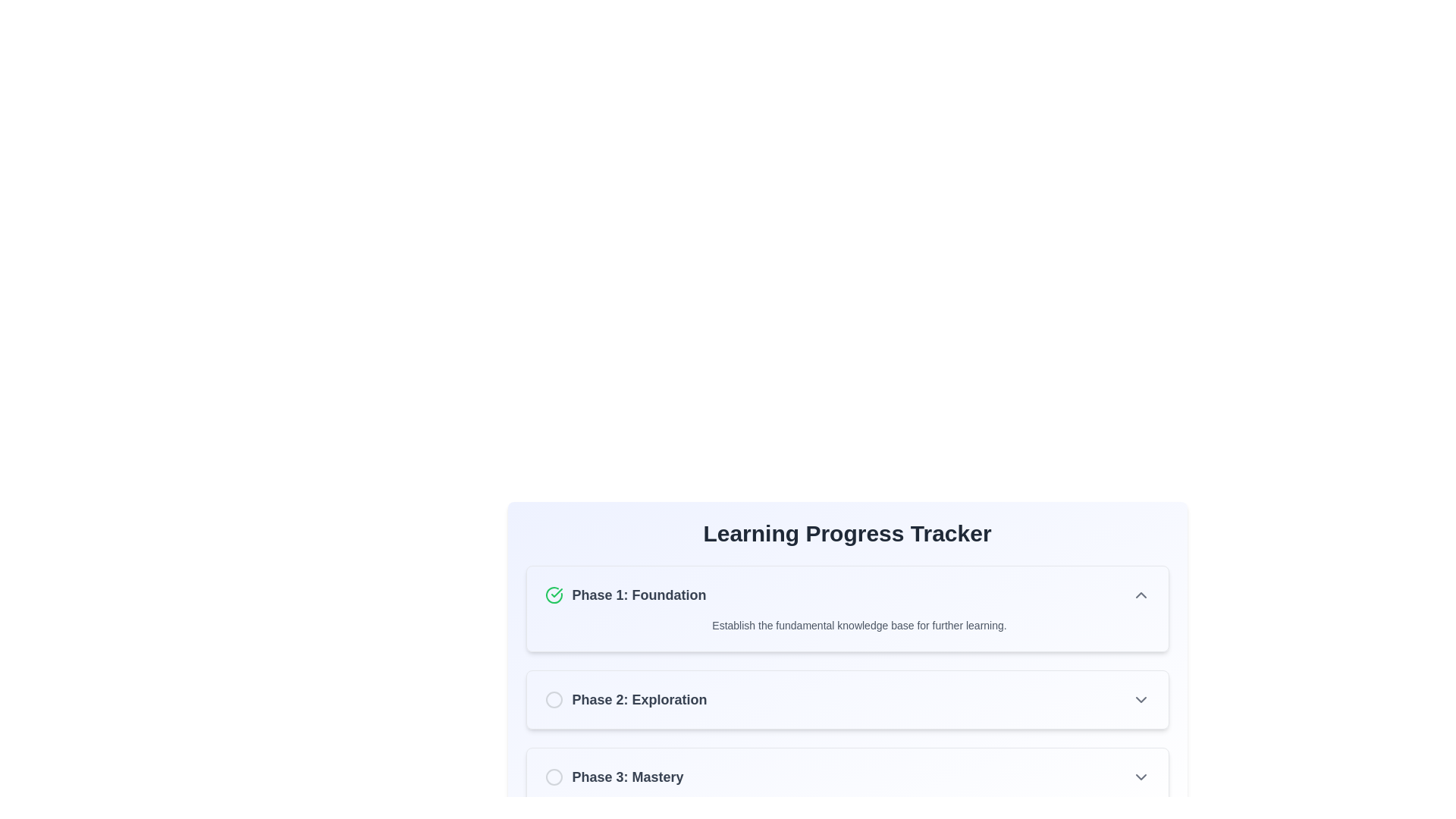  Describe the element at coordinates (1141, 595) in the screenshot. I see `the toggle icon located at the far right end of the title bar in the 'Phase 1: Foundation' section` at that location.